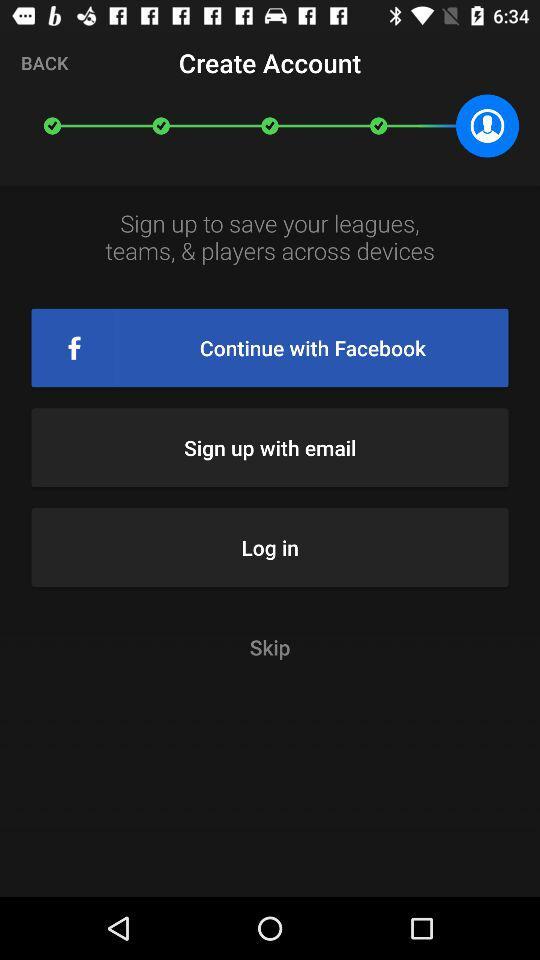 This screenshot has height=960, width=540. What do you see at coordinates (44, 62) in the screenshot?
I see `icon next to create account item` at bounding box center [44, 62].